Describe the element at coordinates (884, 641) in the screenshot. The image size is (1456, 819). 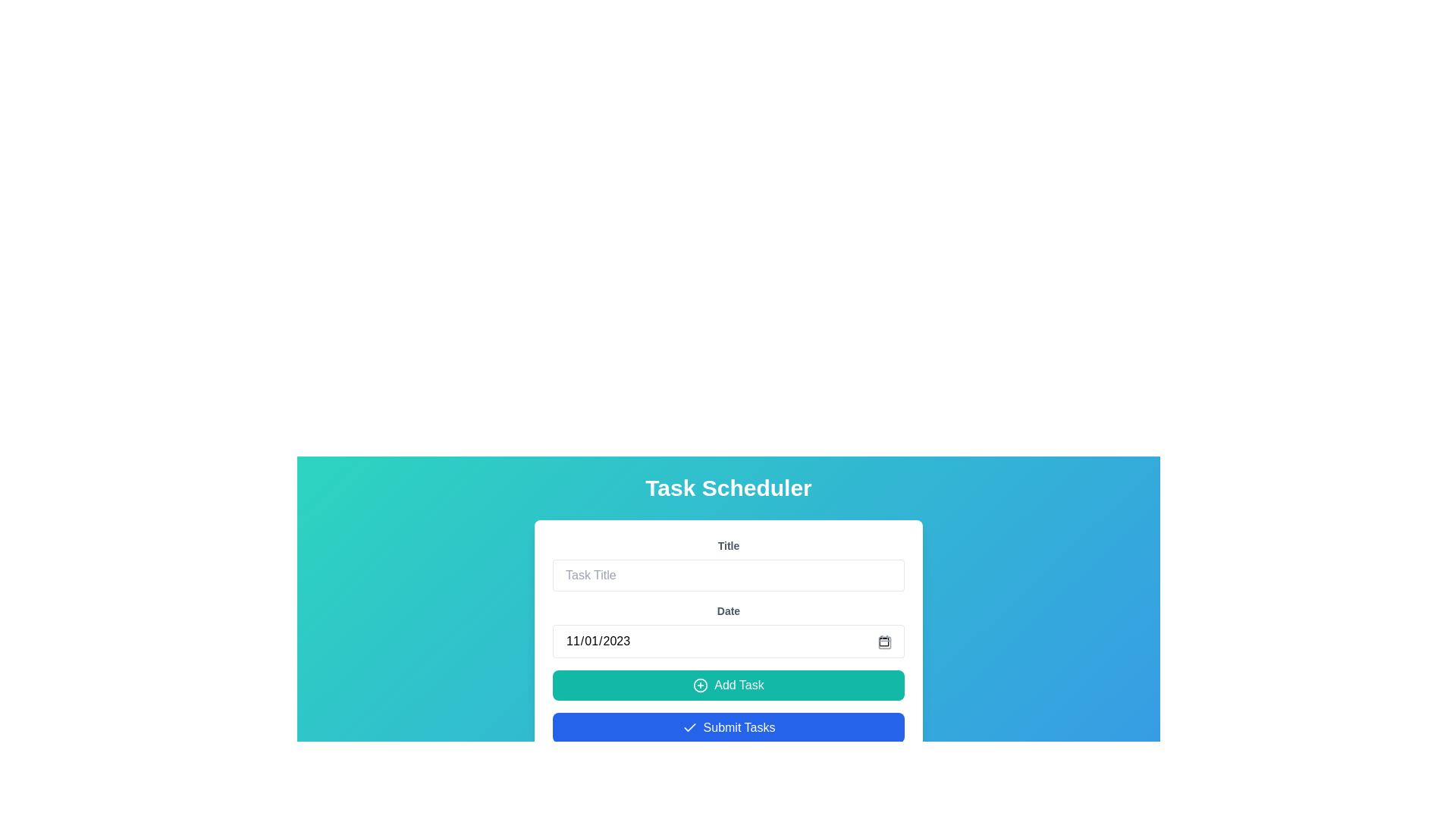
I see `the date picker icon located to the right of the 'Date' input field in the task-scheduling form` at that location.